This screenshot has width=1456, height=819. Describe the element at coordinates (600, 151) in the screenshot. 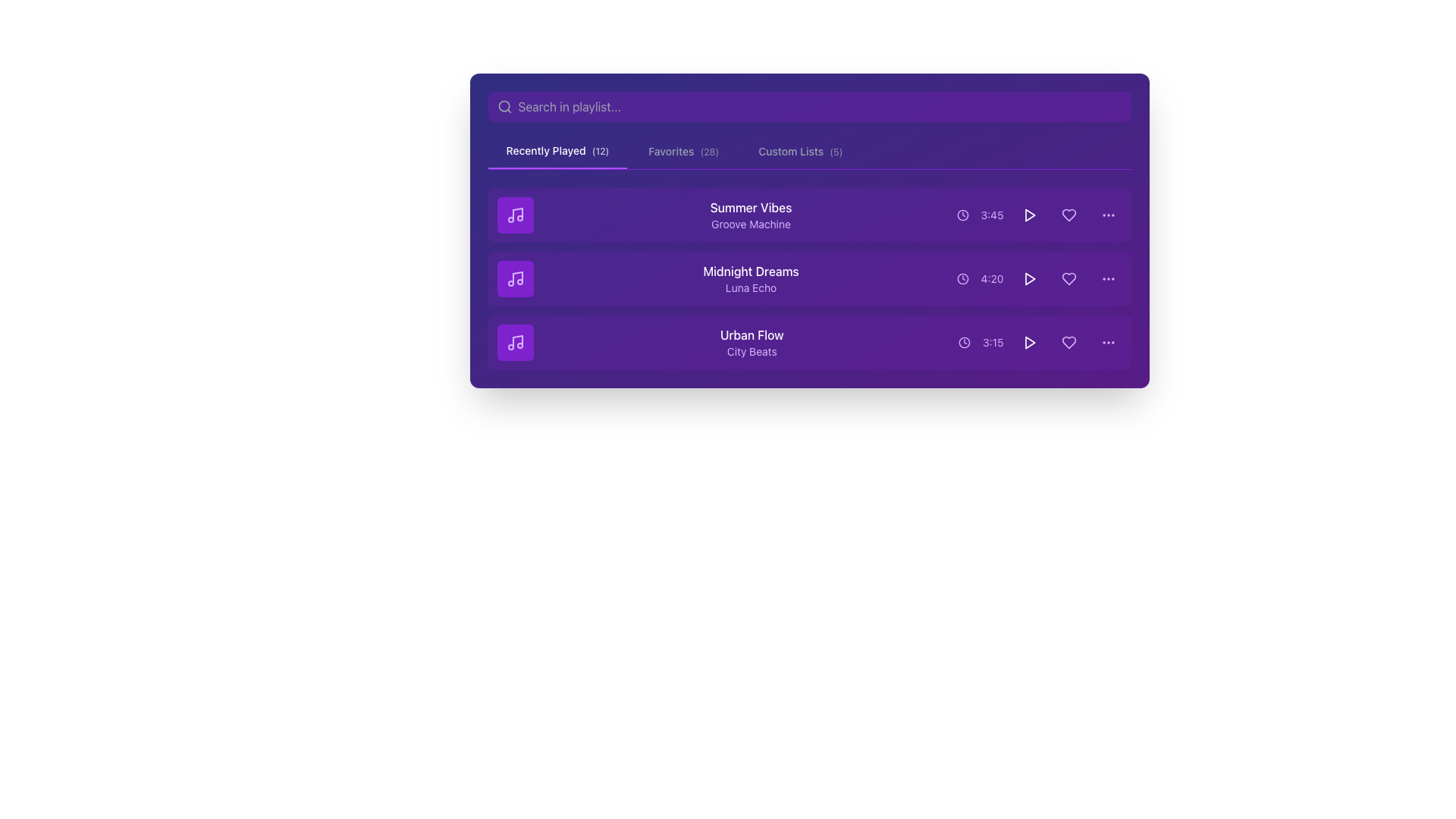

I see `the small static text displaying the number '(12)' located next to the 'Recently Played' label in the tabbed navigation section` at that location.